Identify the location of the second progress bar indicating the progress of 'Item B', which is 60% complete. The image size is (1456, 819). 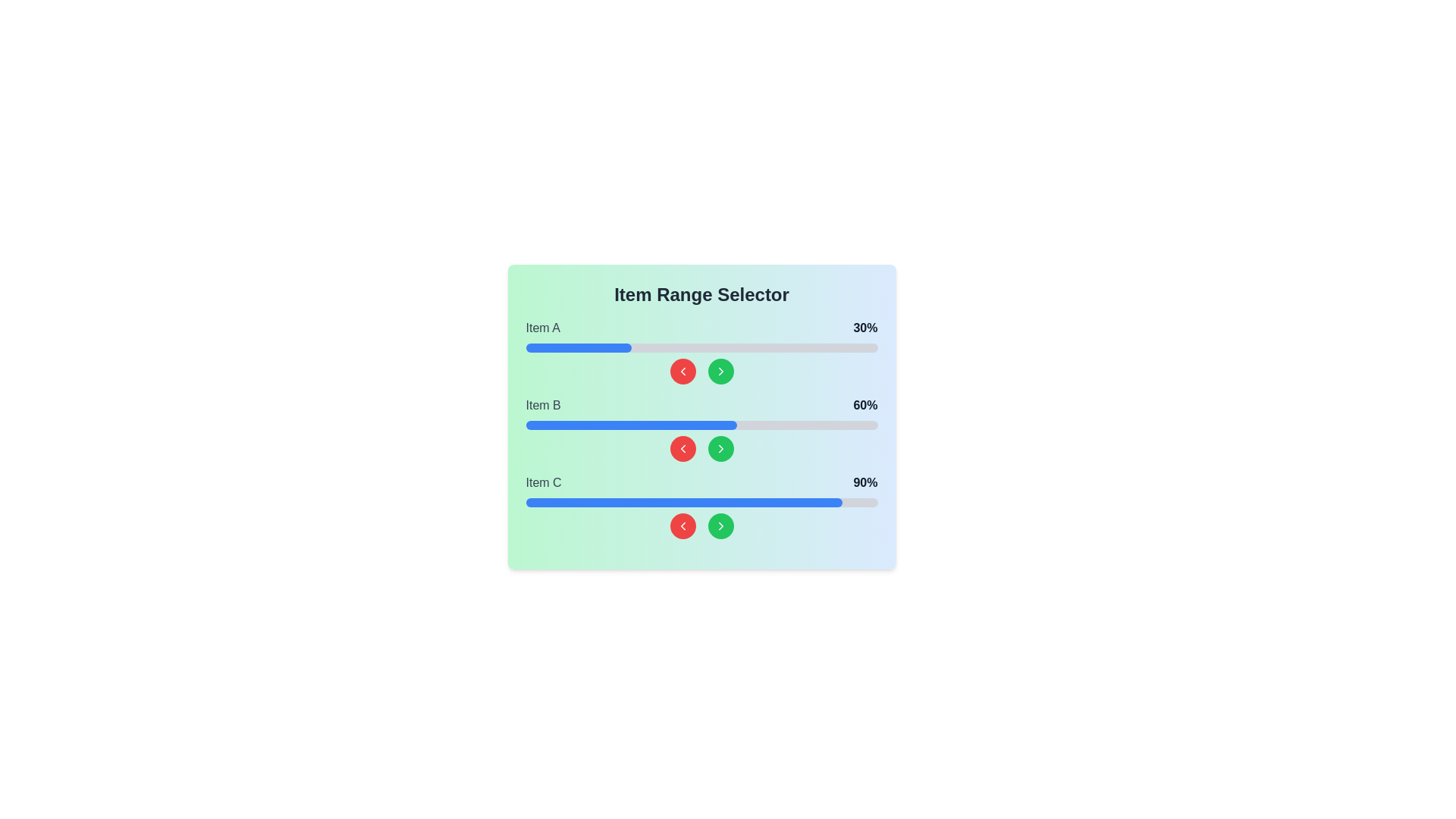
(701, 429).